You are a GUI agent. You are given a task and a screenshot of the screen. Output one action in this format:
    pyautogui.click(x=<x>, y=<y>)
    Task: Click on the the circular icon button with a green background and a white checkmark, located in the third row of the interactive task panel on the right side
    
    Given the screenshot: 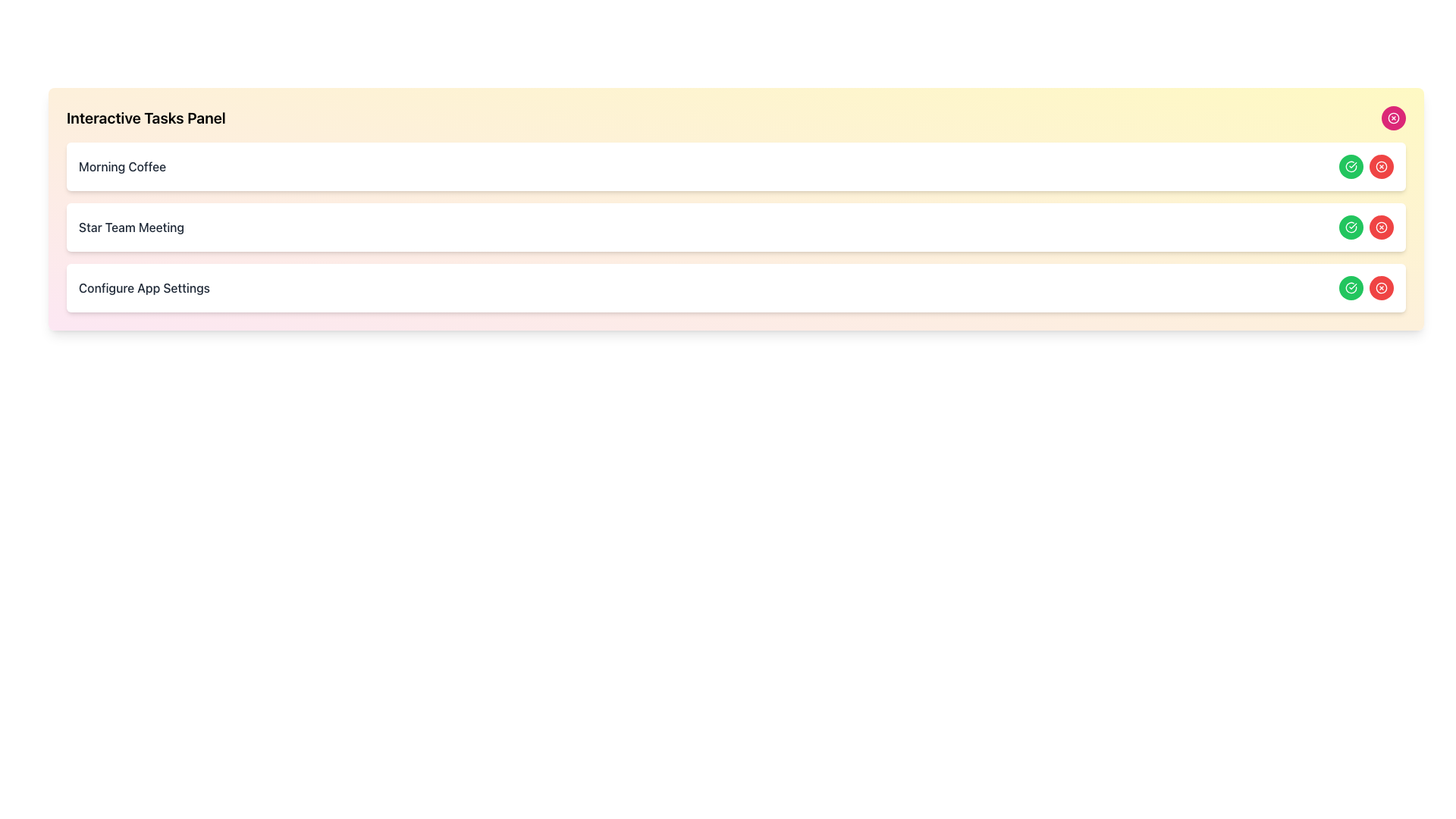 What is the action you would take?
    pyautogui.click(x=1351, y=288)
    